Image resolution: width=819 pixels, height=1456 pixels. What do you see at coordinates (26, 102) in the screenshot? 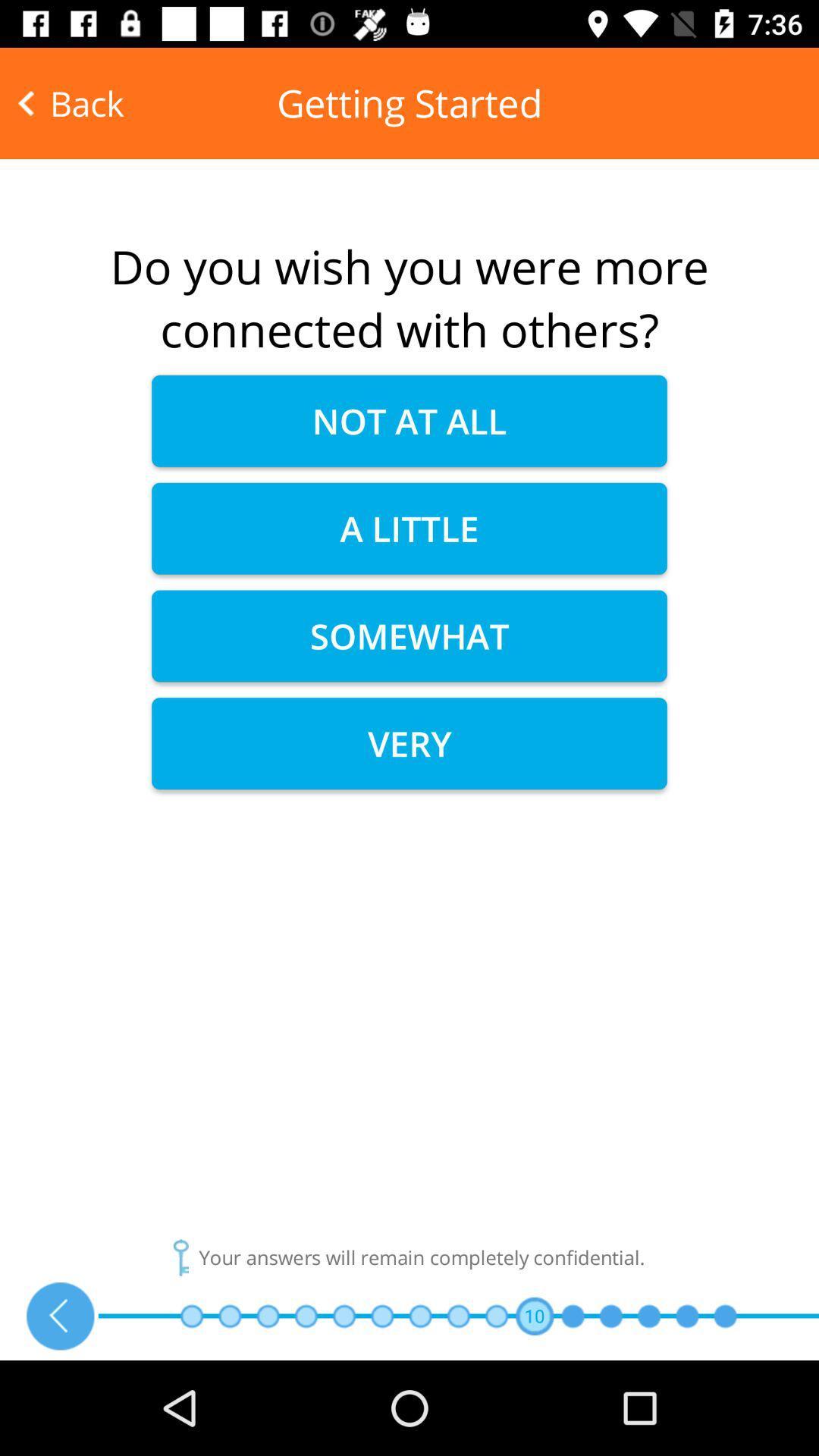
I see `the arrow_backward icon` at bounding box center [26, 102].